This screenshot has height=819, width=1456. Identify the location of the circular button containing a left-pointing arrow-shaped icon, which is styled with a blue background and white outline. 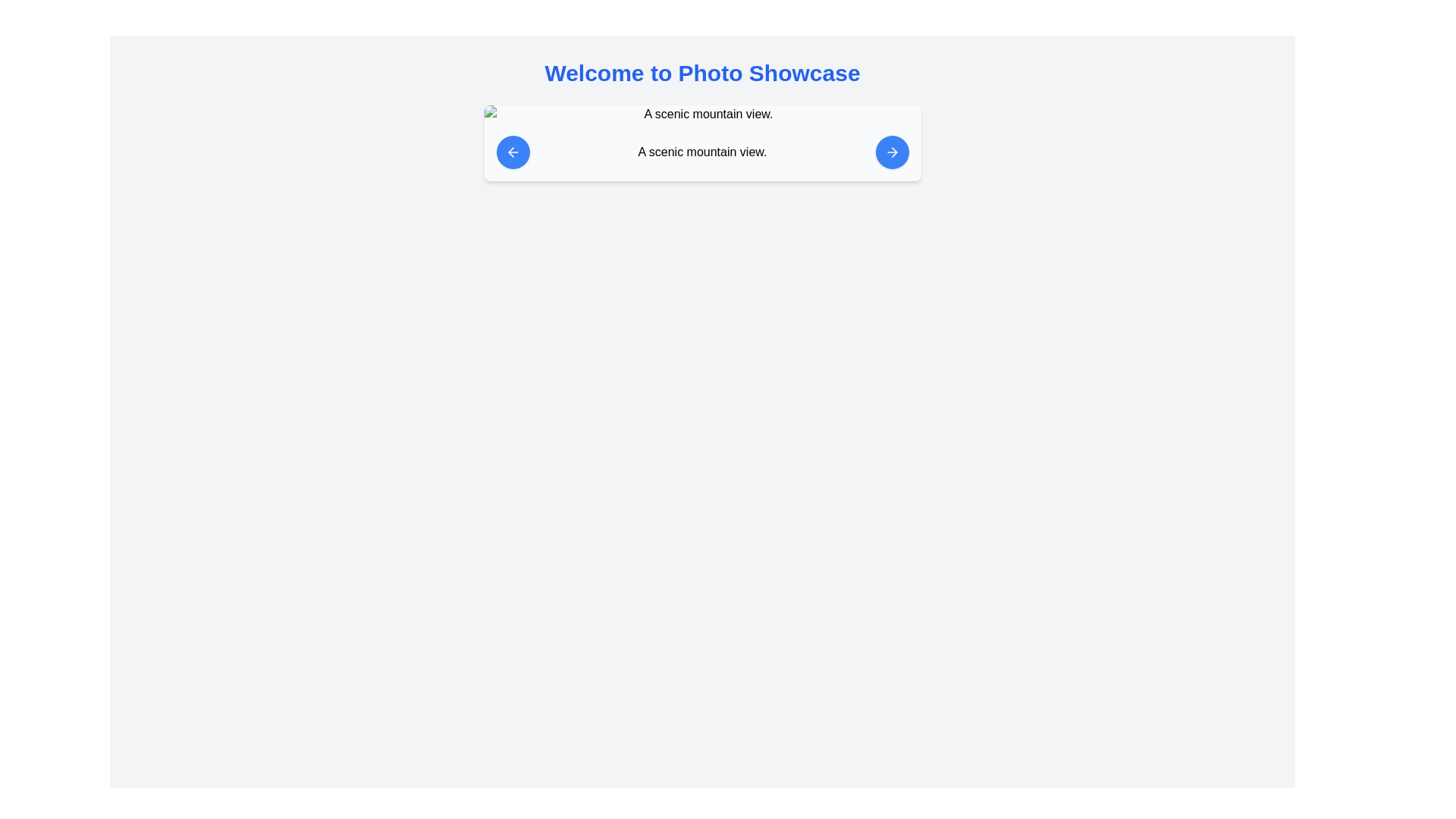
(513, 152).